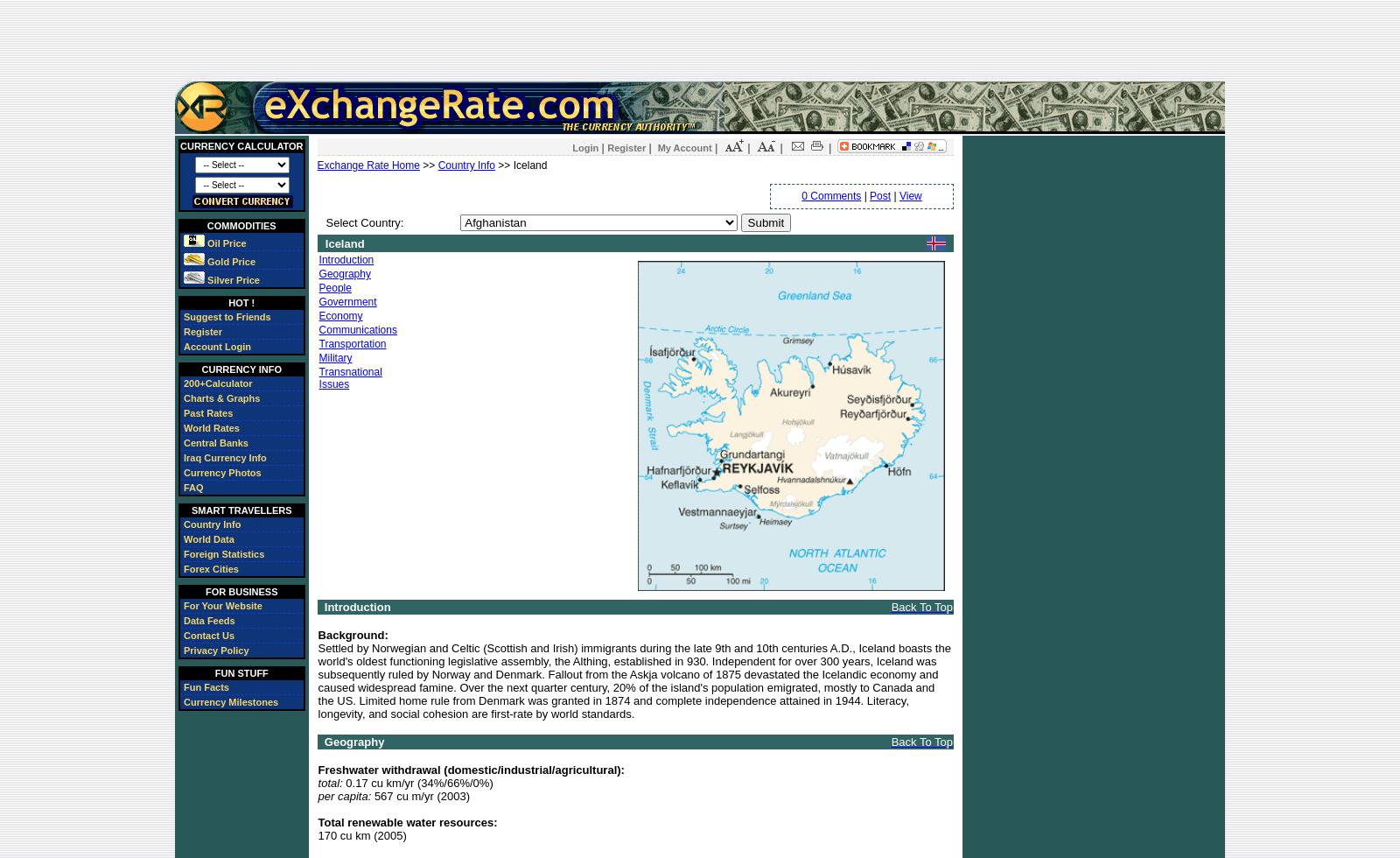 This screenshot has height=858, width=1400. Describe the element at coordinates (899, 196) in the screenshot. I see `'View'` at that location.